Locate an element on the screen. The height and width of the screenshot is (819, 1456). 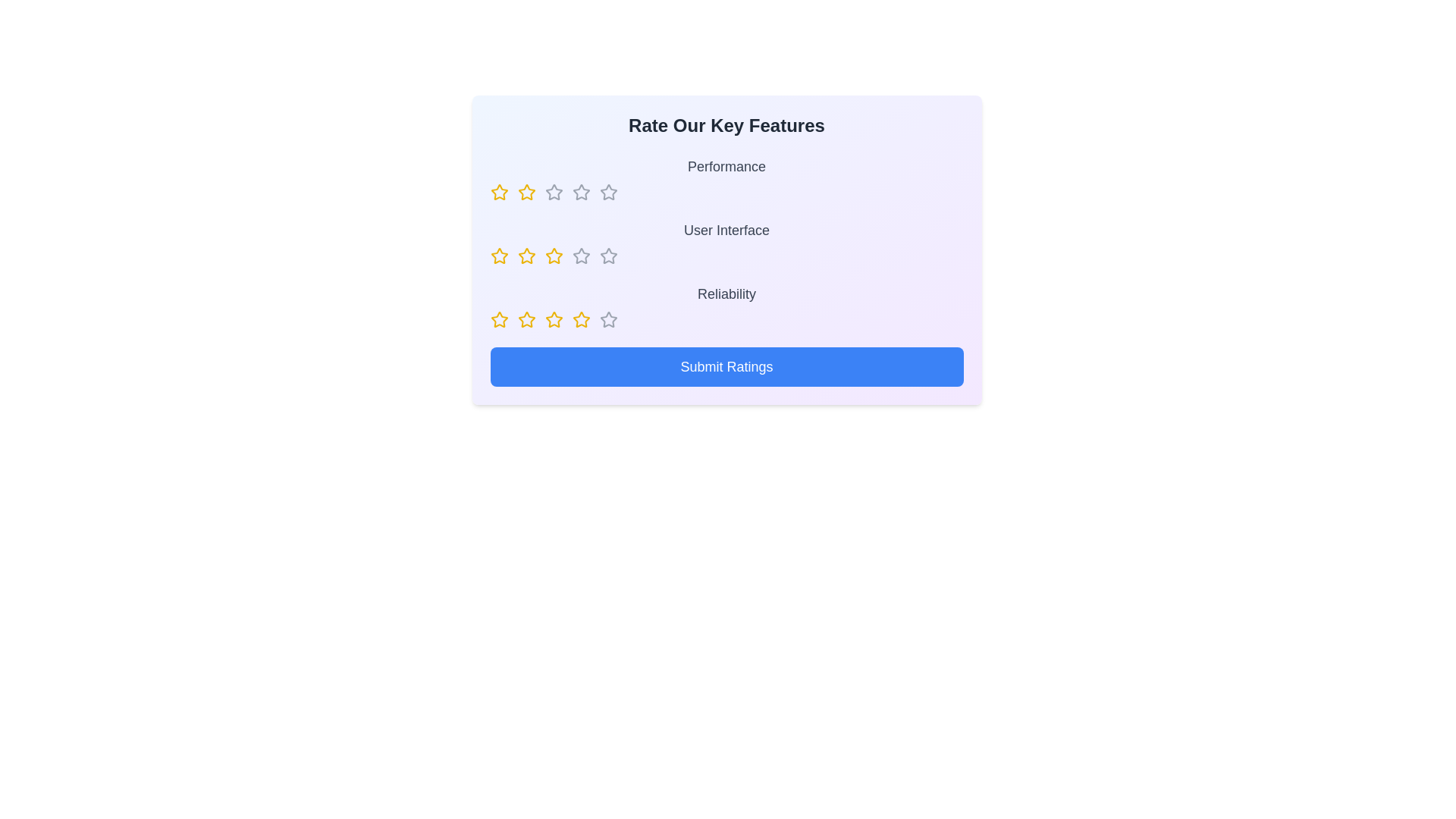
the rating for a feature to 4 stars is located at coordinates (580, 192).